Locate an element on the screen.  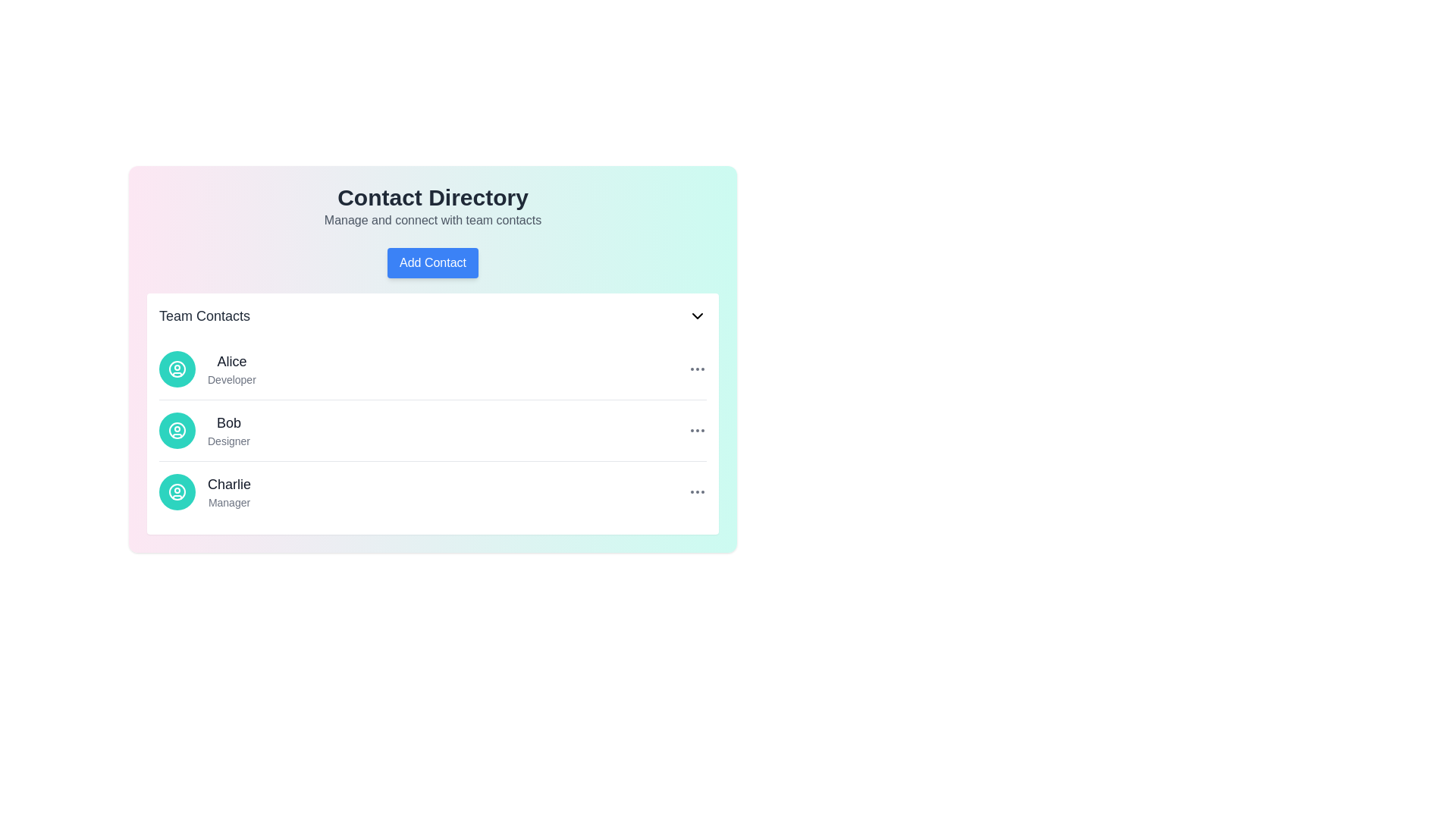
the static text element that reads 'Manage and connect with team contacts', which is positioned below the 'Contact Directory' header and above the 'Add Contact' button is located at coordinates (432, 220).